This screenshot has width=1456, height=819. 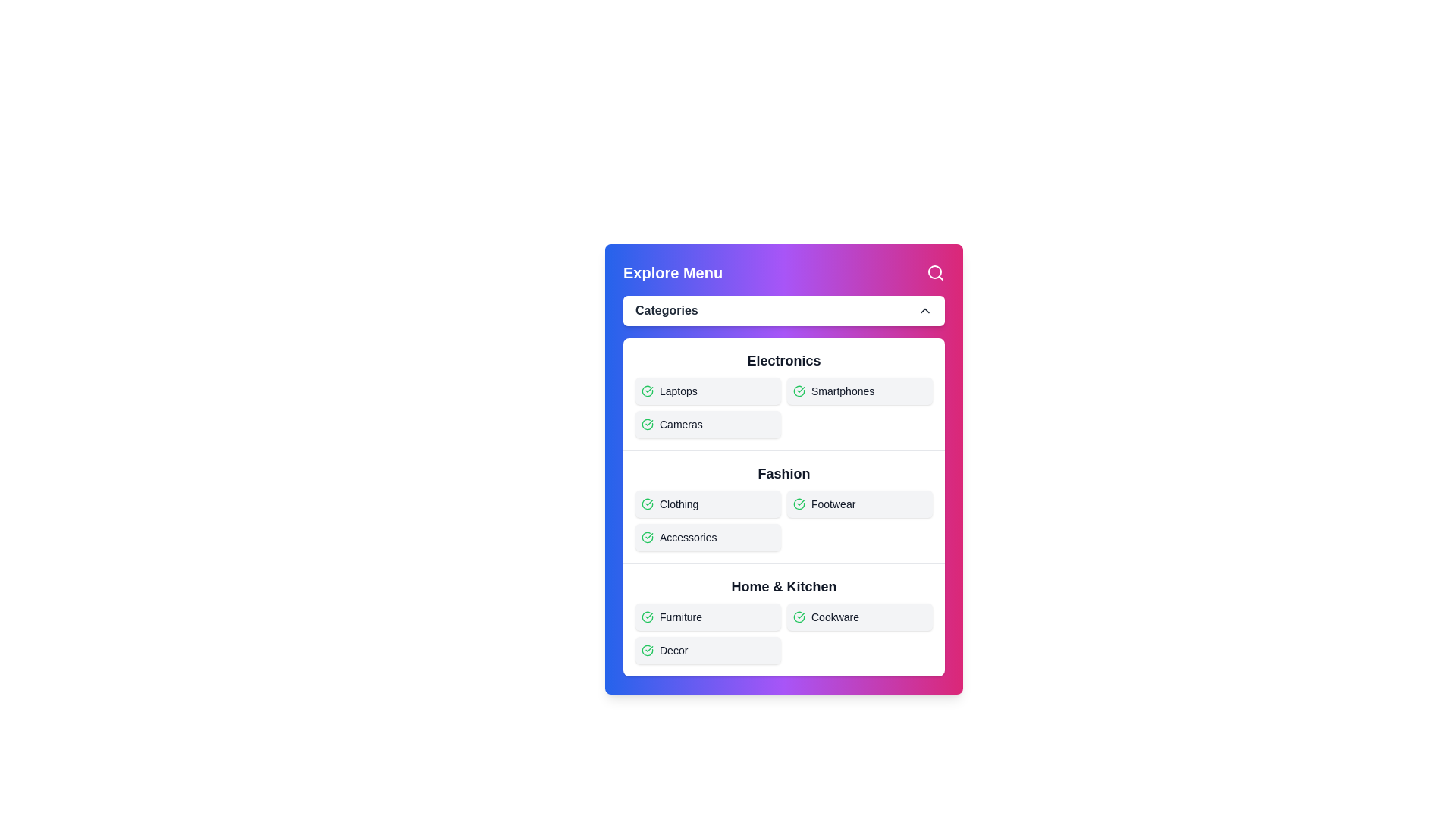 I want to click on the 'Clothing' item in the grid layout, so click(x=783, y=519).